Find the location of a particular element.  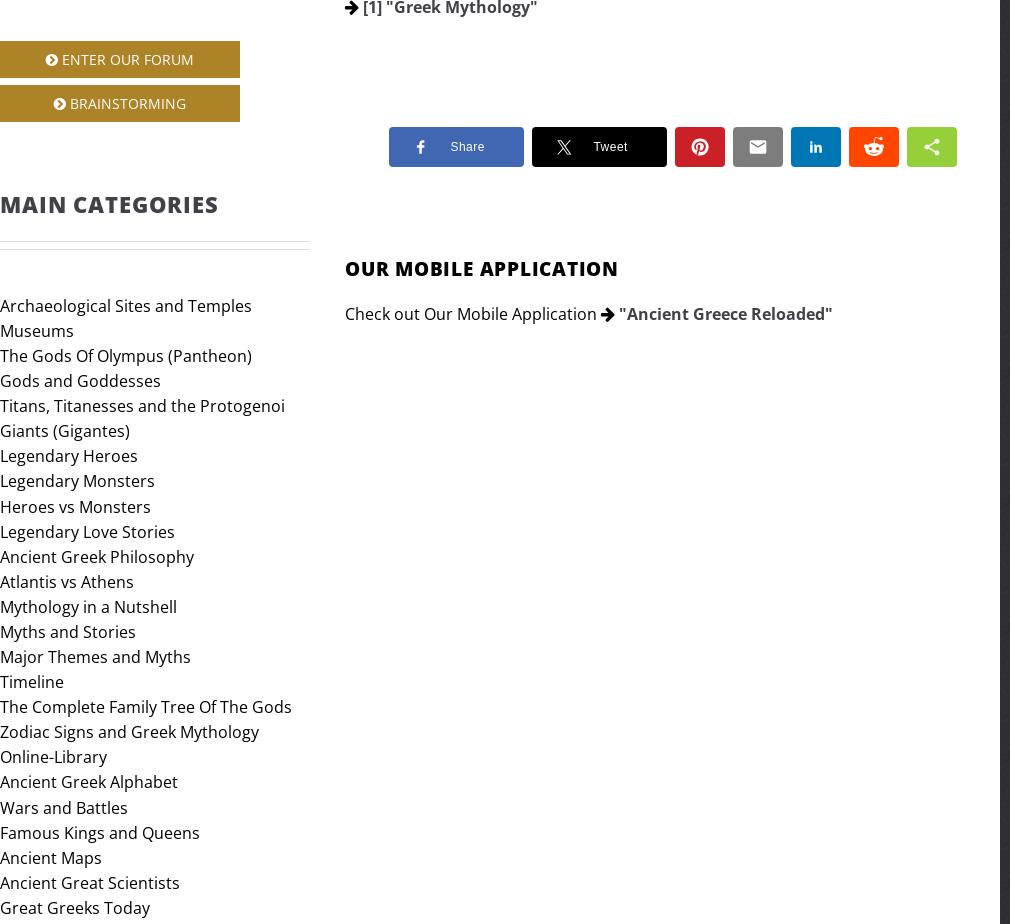

'Our Mobile Application' is located at coordinates (481, 268).